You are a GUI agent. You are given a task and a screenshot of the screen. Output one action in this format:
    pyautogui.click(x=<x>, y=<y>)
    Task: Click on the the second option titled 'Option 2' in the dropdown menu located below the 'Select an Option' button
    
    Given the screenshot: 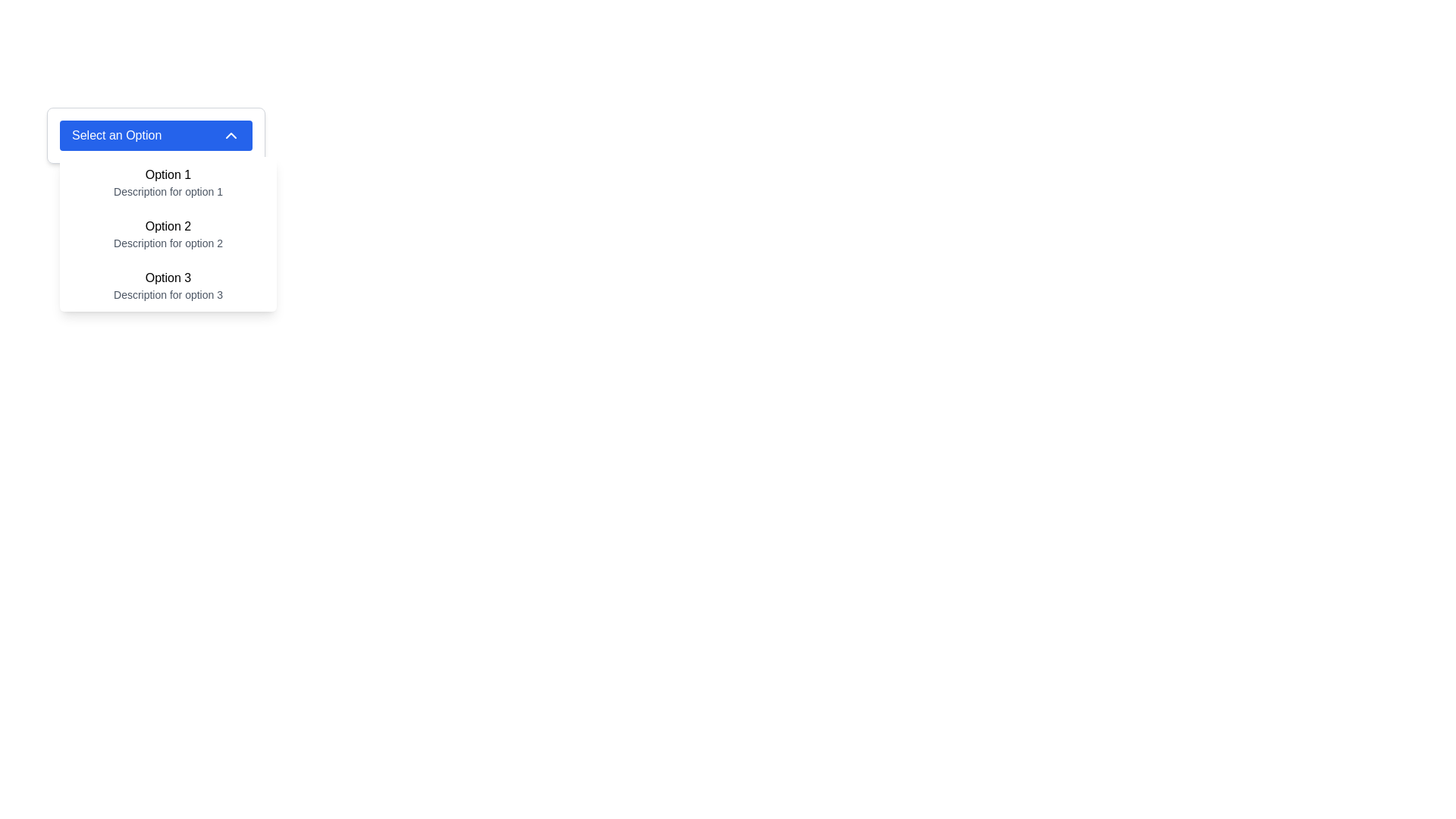 What is the action you would take?
    pyautogui.click(x=168, y=234)
    